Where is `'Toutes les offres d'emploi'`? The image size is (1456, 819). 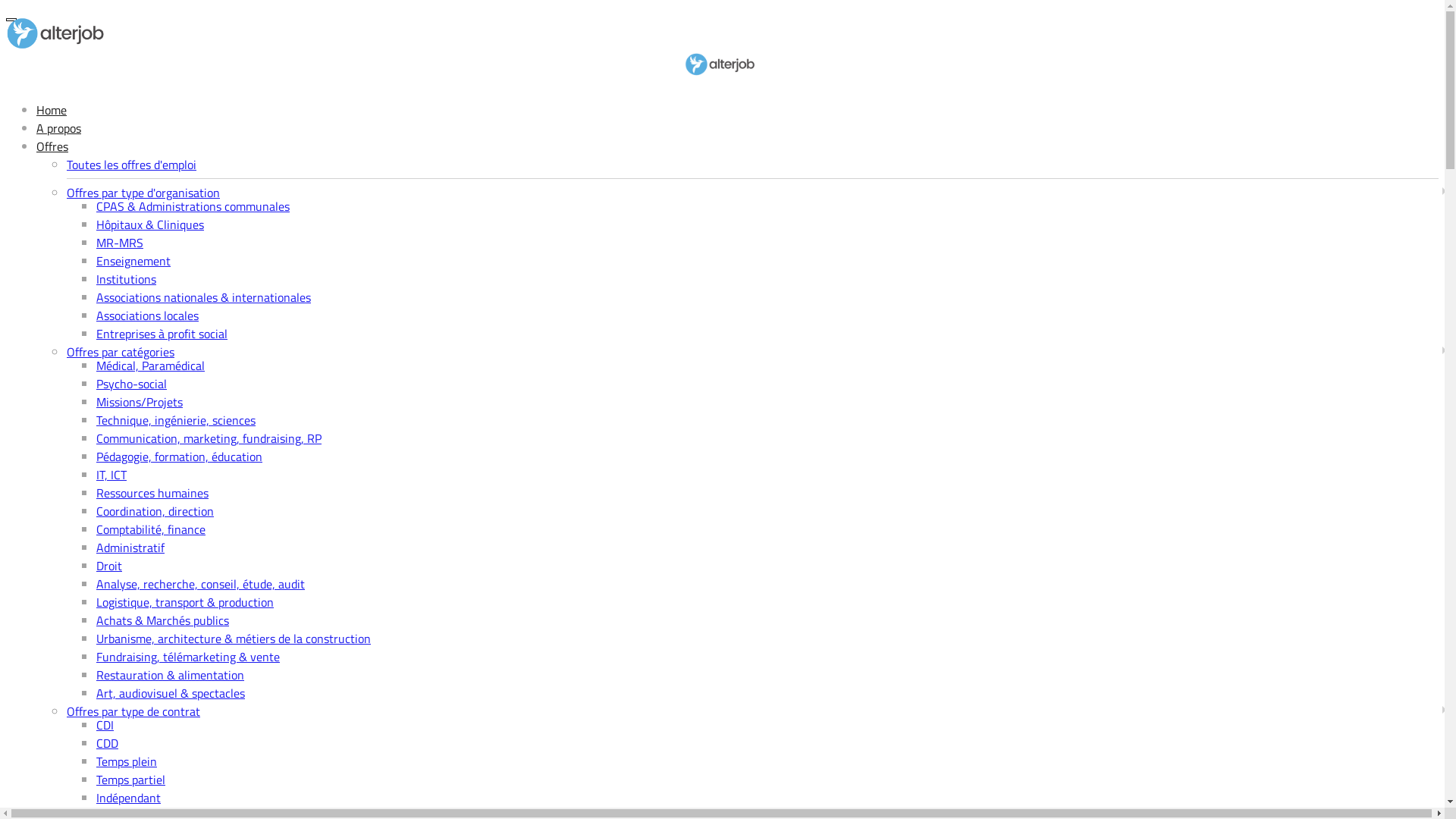
'Toutes les offres d'emploi' is located at coordinates (131, 164).